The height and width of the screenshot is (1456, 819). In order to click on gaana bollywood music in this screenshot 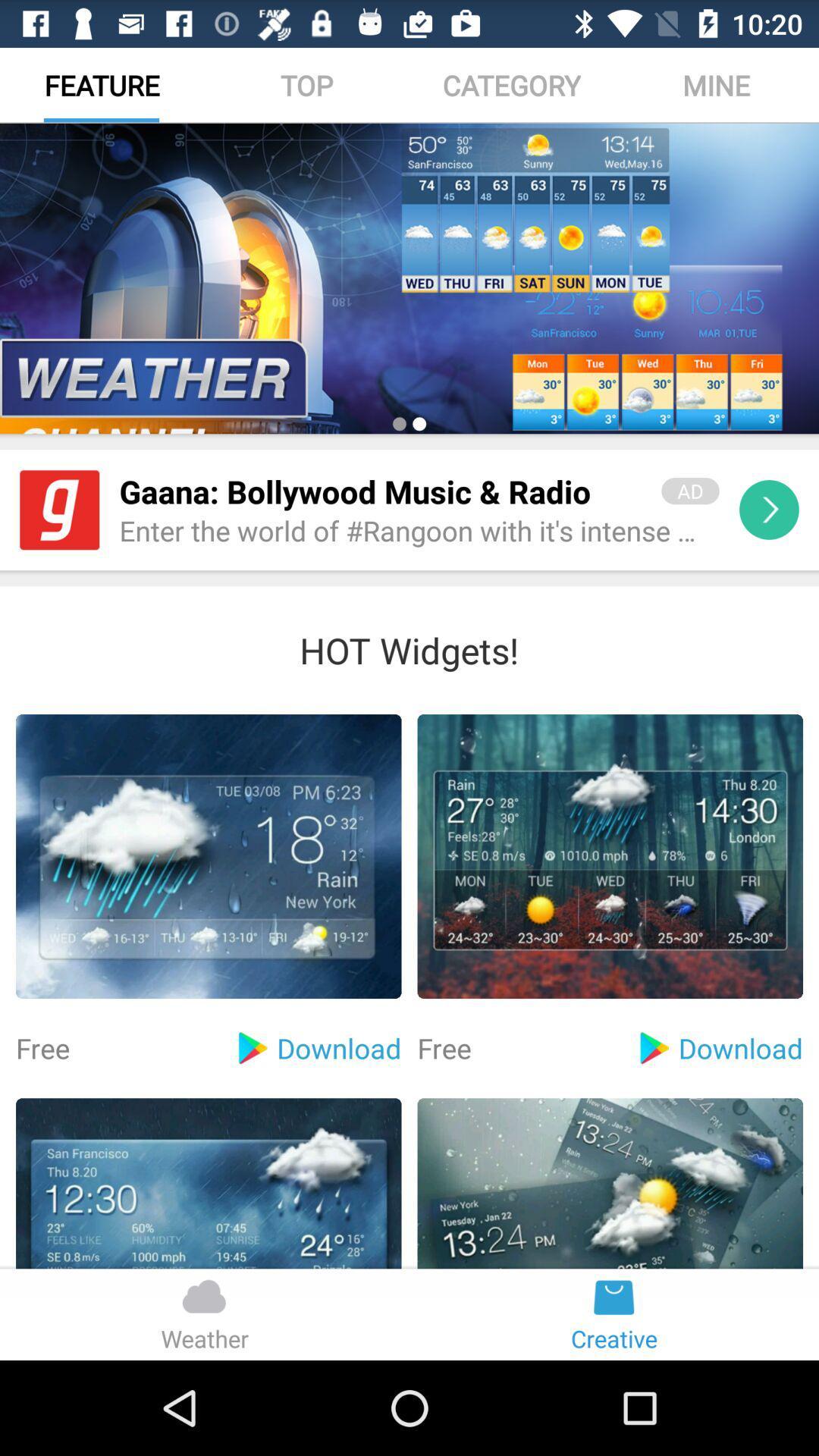, I will do `click(379, 491)`.